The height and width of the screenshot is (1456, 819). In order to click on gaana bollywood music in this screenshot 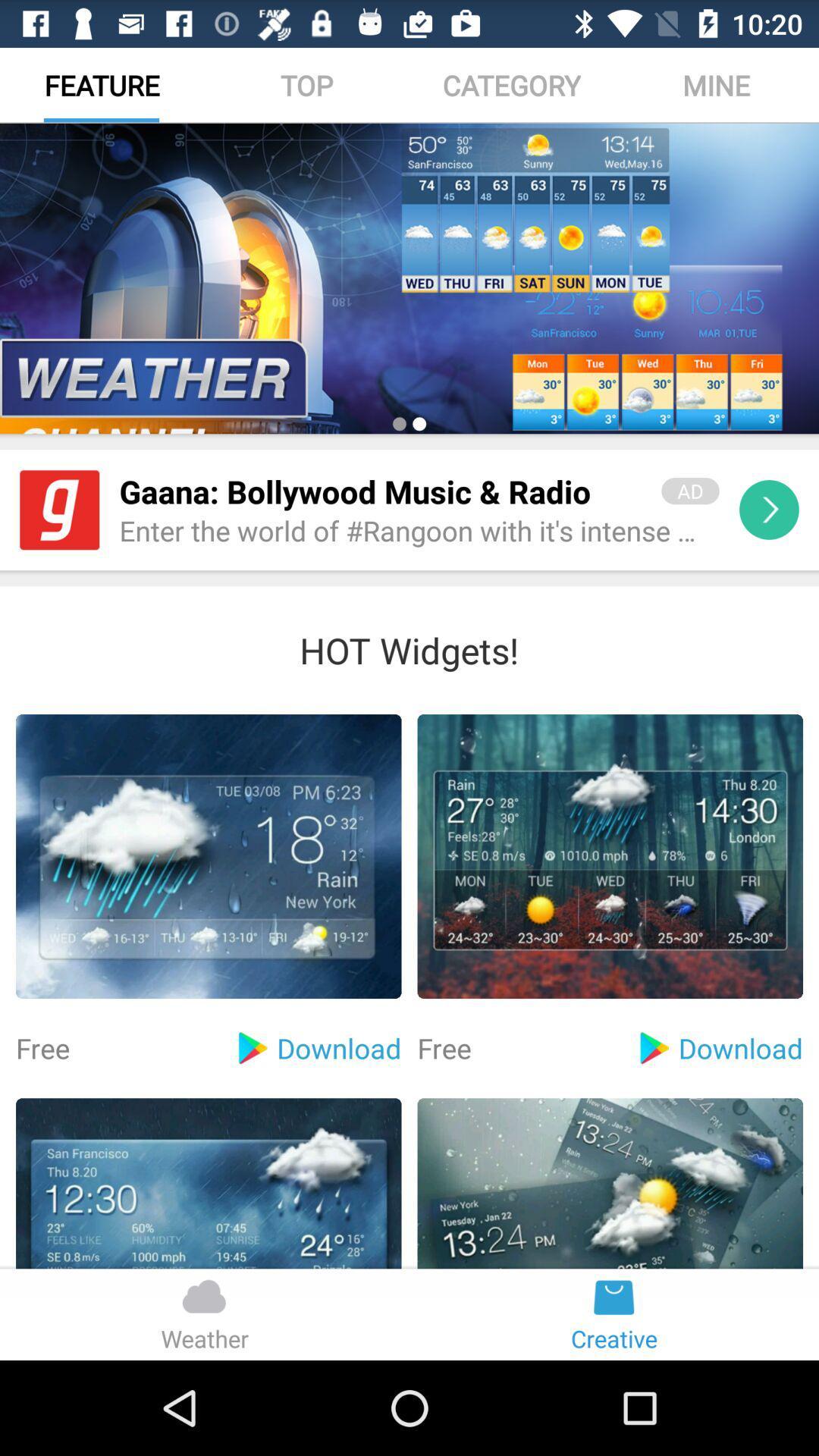, I will do `click(379, 491)`.